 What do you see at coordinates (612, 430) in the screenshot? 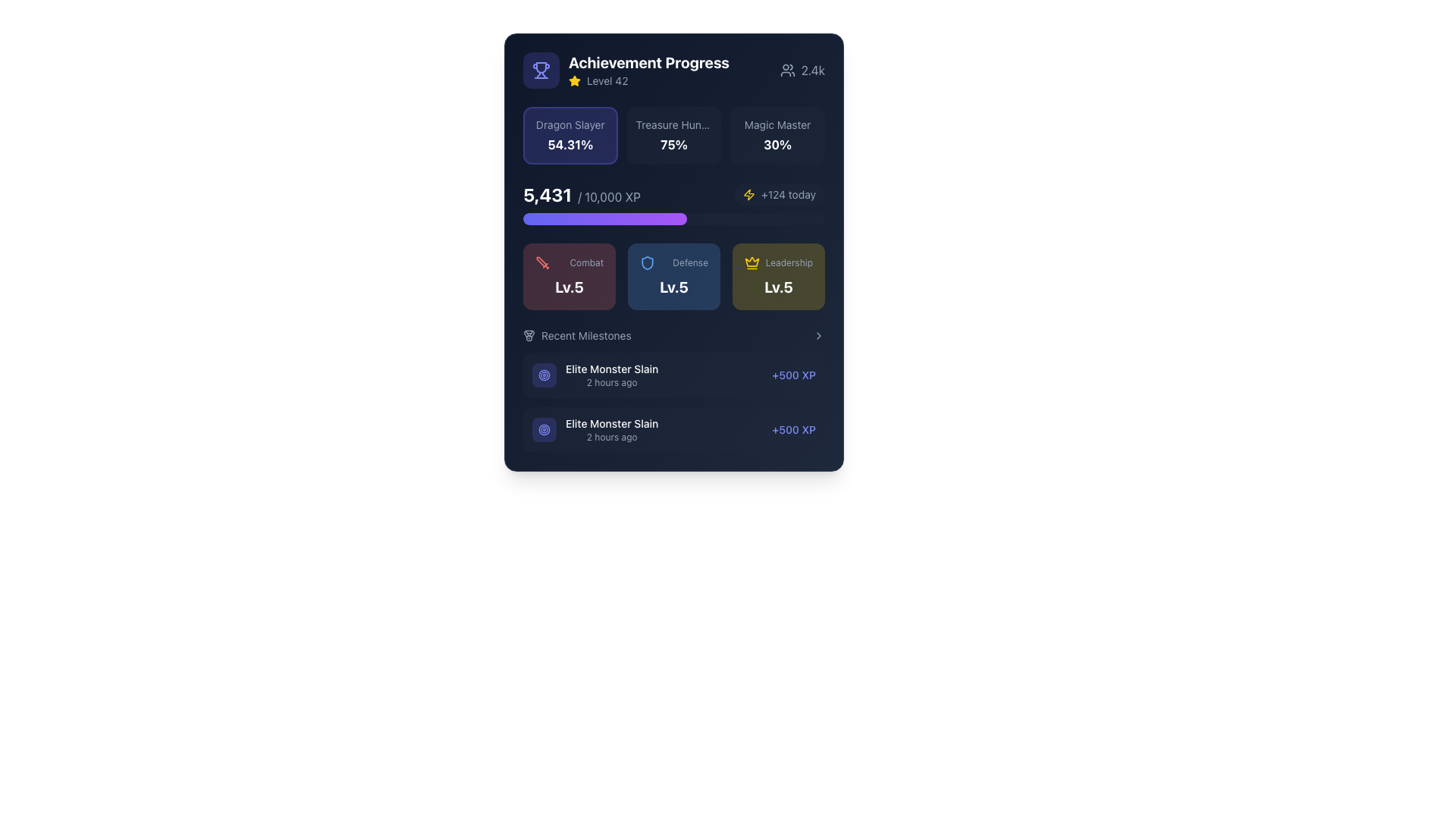
I see `the 'Elite Monster Slain' text label displayed in white within the 'Recent Milestones' section, which is the second listed milestone element` at bounding box center [612, 430].